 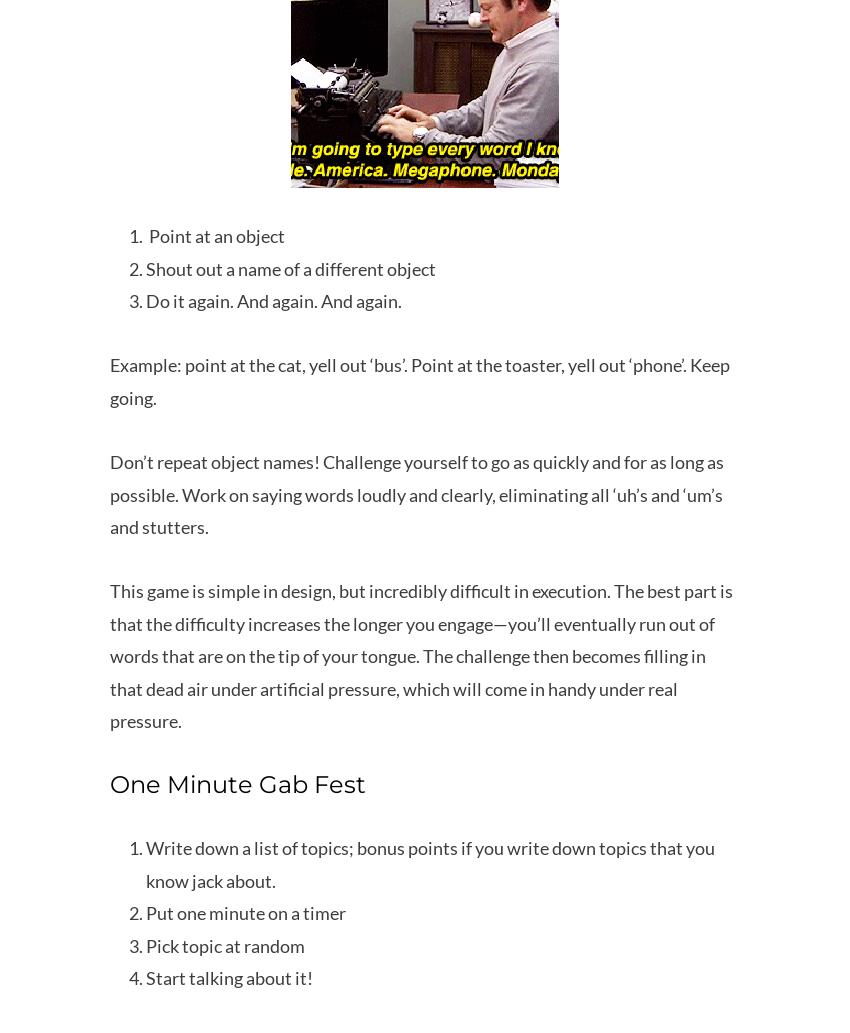 I want to click on 'Pick topic at random', so click(x=225, y=943).